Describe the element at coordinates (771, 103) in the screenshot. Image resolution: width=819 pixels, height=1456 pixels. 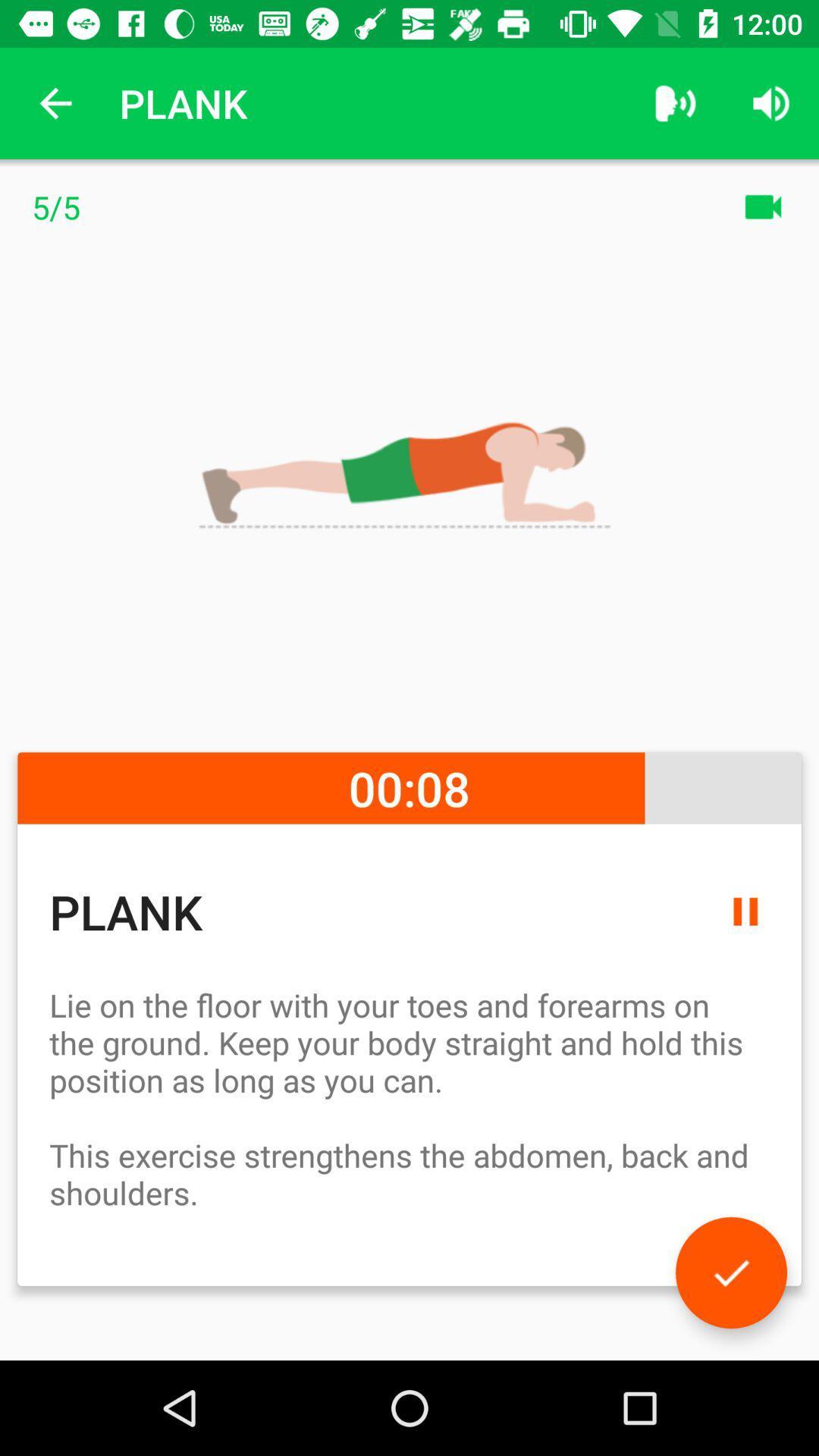
I see `the icon which is on the top right corner of the page` at that location.